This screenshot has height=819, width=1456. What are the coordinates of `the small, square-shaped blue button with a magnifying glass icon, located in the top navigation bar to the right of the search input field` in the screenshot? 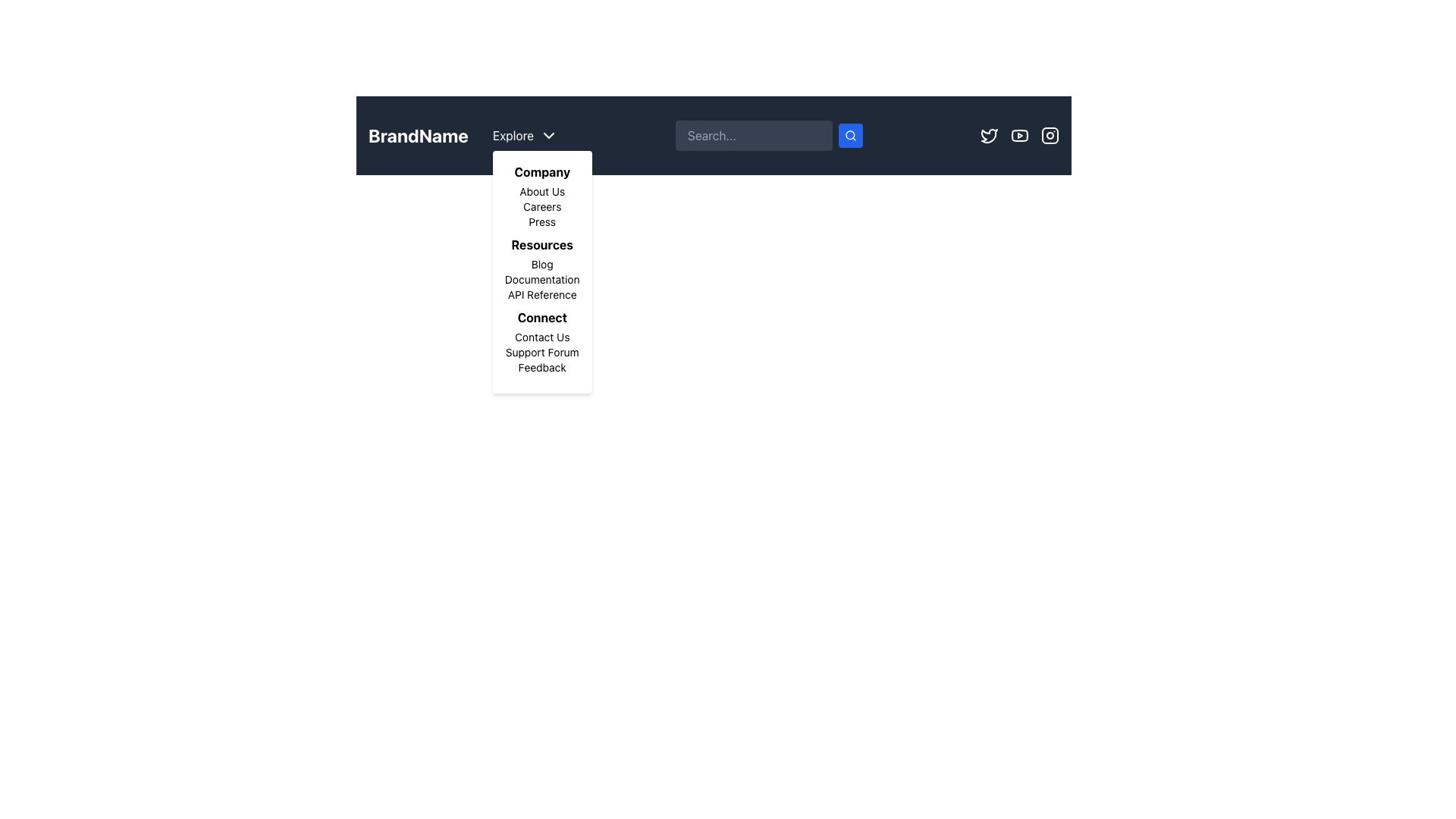 It's located at (850, 134).